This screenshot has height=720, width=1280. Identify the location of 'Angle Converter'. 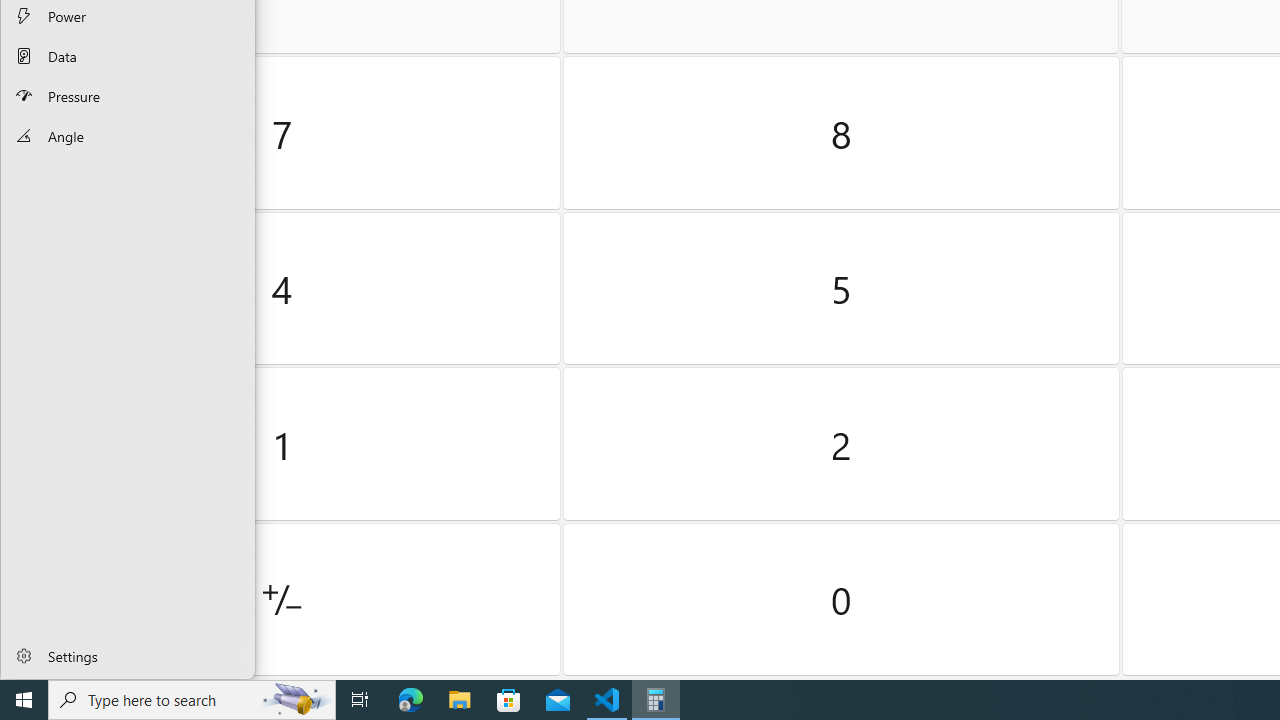
(127, 135).